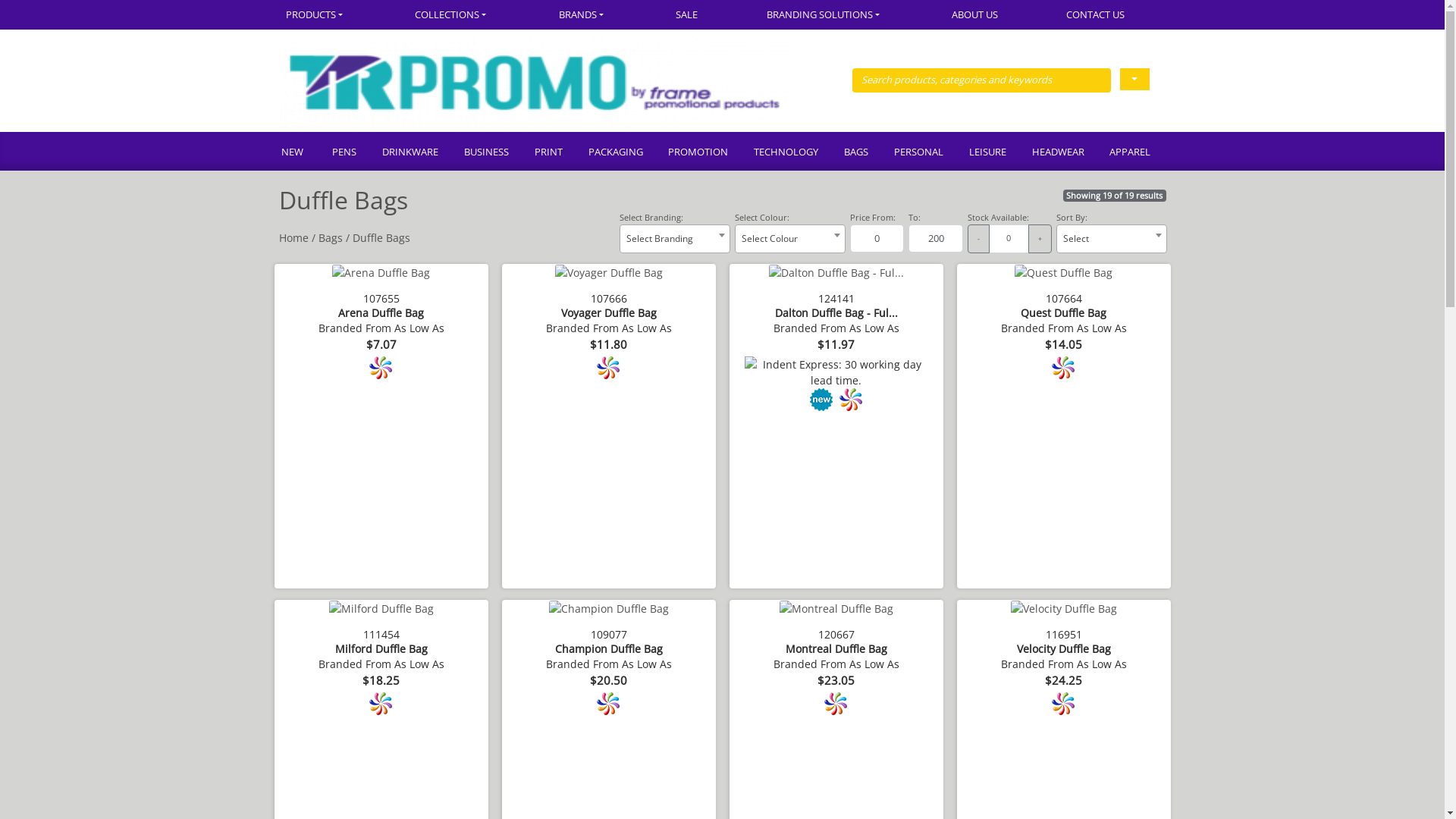  Describe the element at coordinates (409, 152) in the screenshot. I see `'DRINKWARE'` at that location.